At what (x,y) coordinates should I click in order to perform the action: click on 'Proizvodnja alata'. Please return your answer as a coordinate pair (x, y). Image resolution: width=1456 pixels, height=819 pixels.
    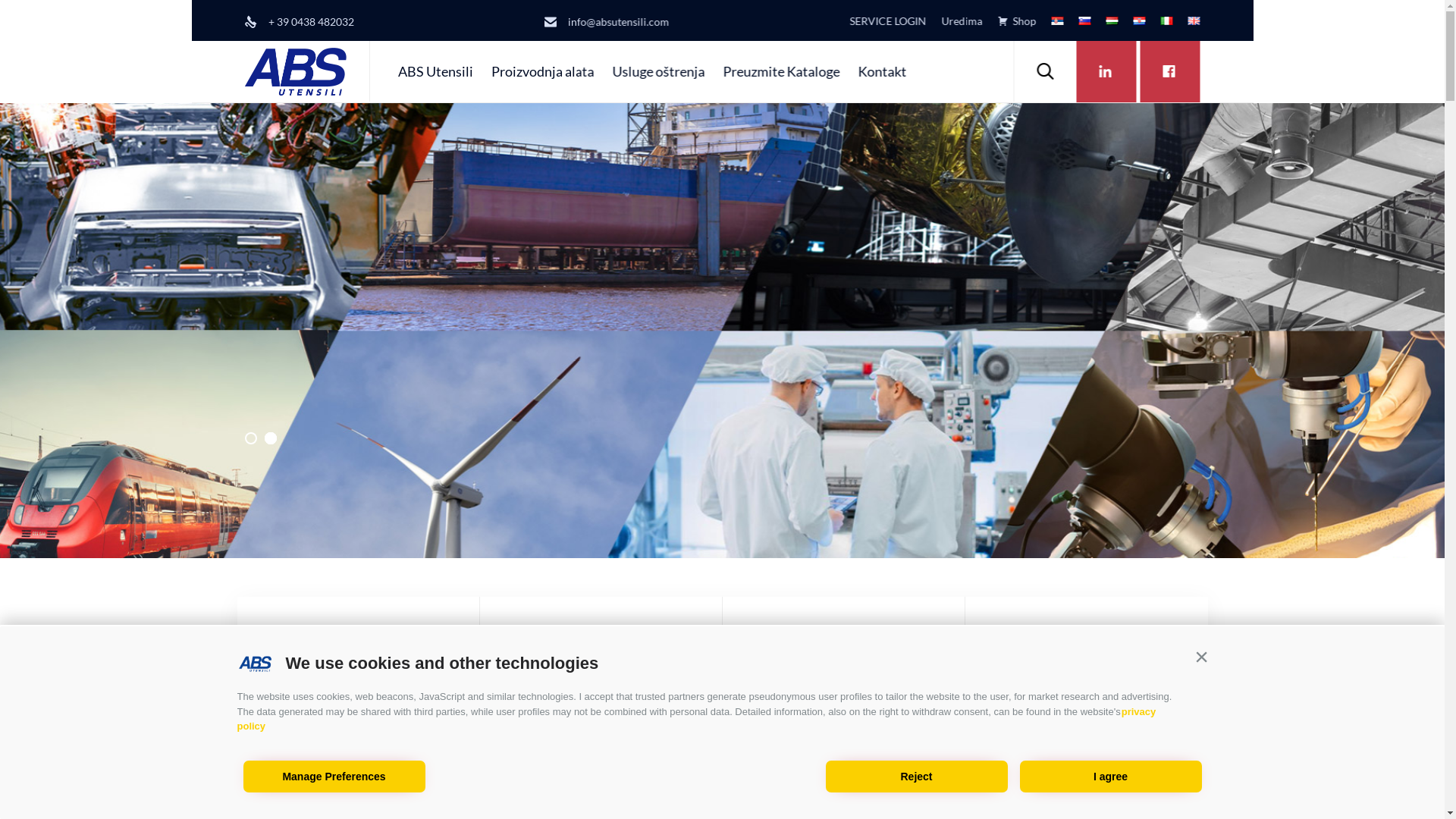
    Looking at the image, I should click on (516, 657).